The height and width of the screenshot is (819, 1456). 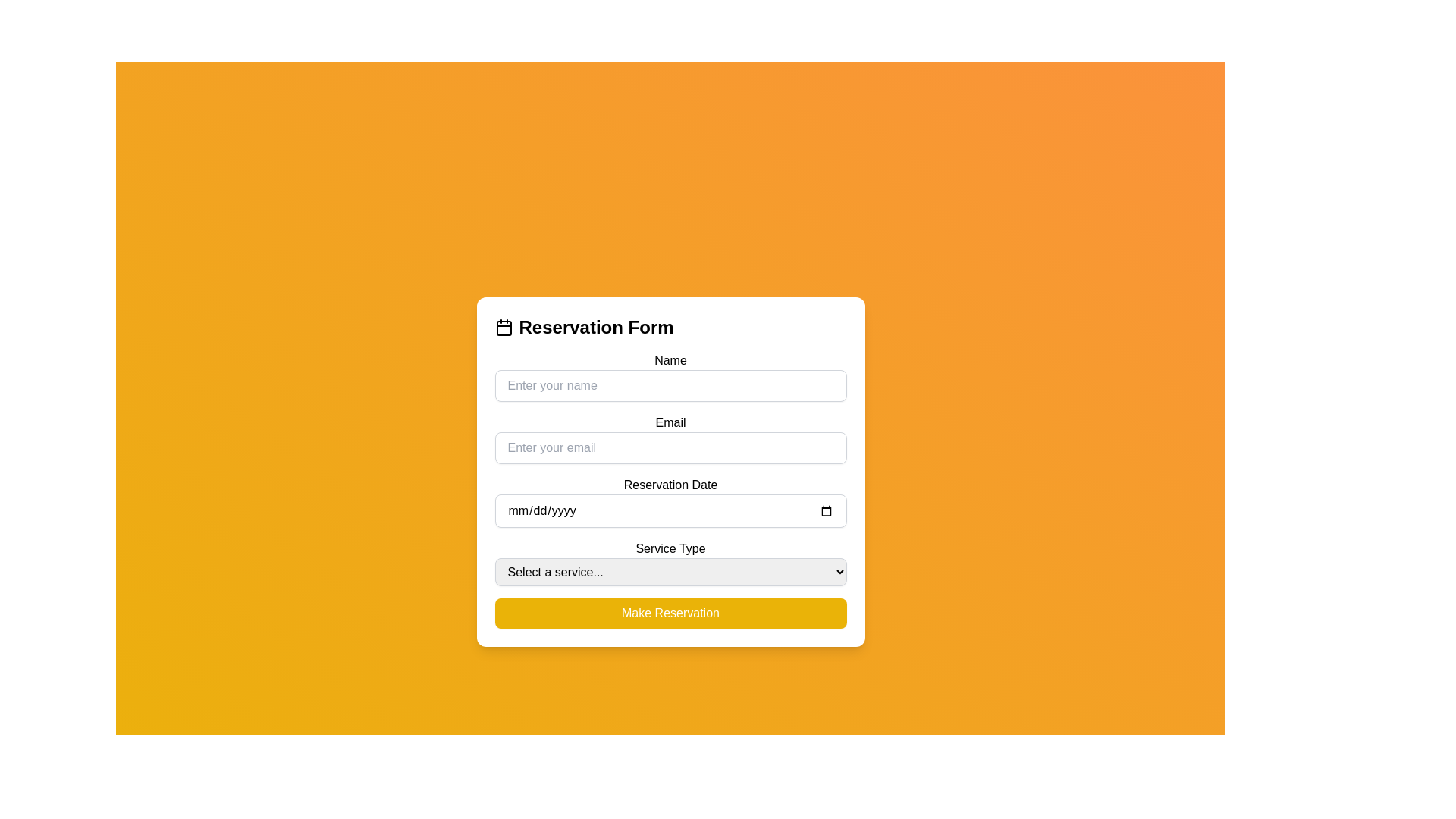 What do you see at coordinates (670, 422) in the screenshot?
I see `the 'Email' label, which is a bold black text element located above the email input field within the reservation form interface` at bounding box center [670, 422].